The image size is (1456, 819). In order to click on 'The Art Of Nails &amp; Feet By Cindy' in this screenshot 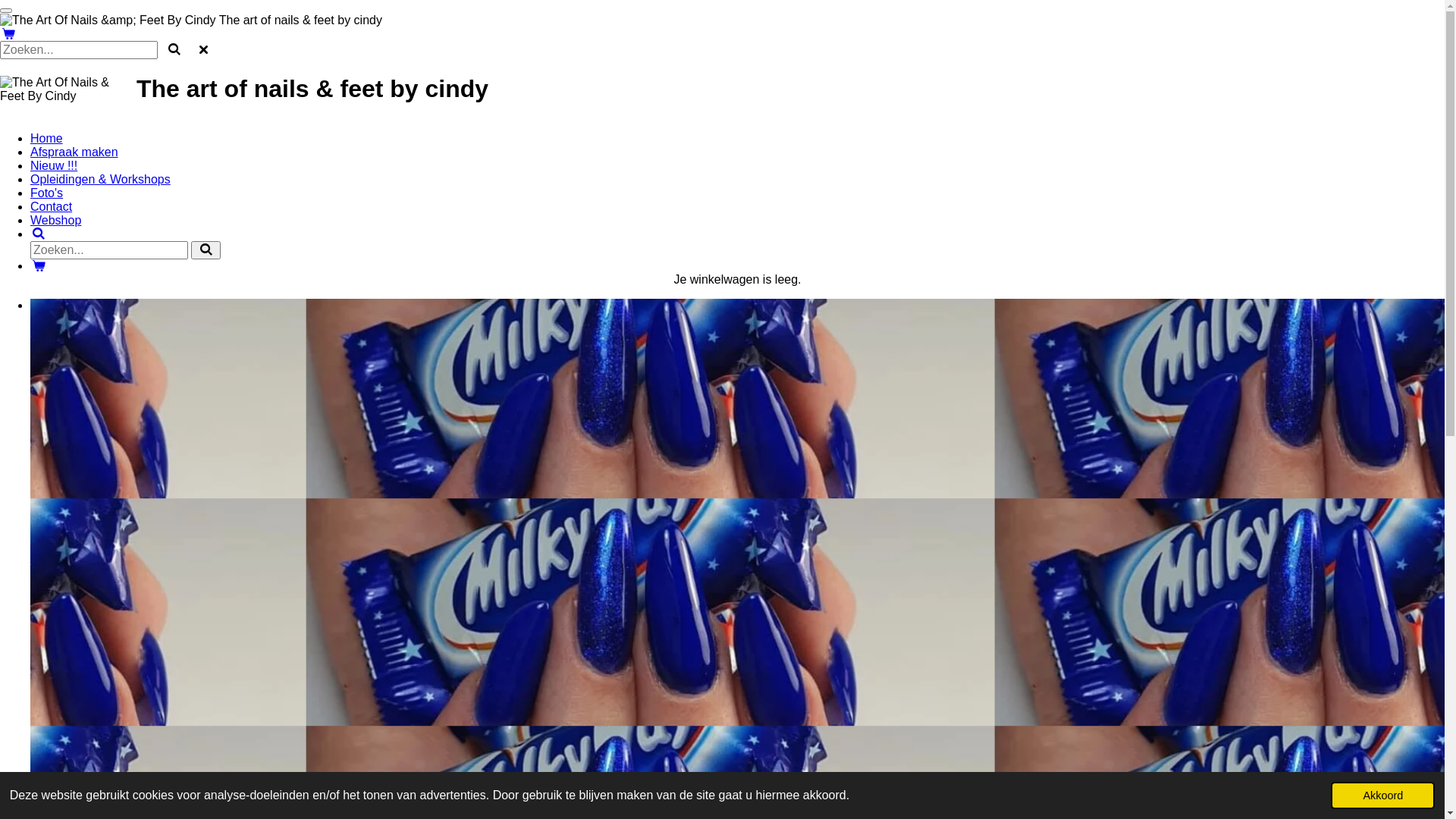, I will do `click(107, 20)`.